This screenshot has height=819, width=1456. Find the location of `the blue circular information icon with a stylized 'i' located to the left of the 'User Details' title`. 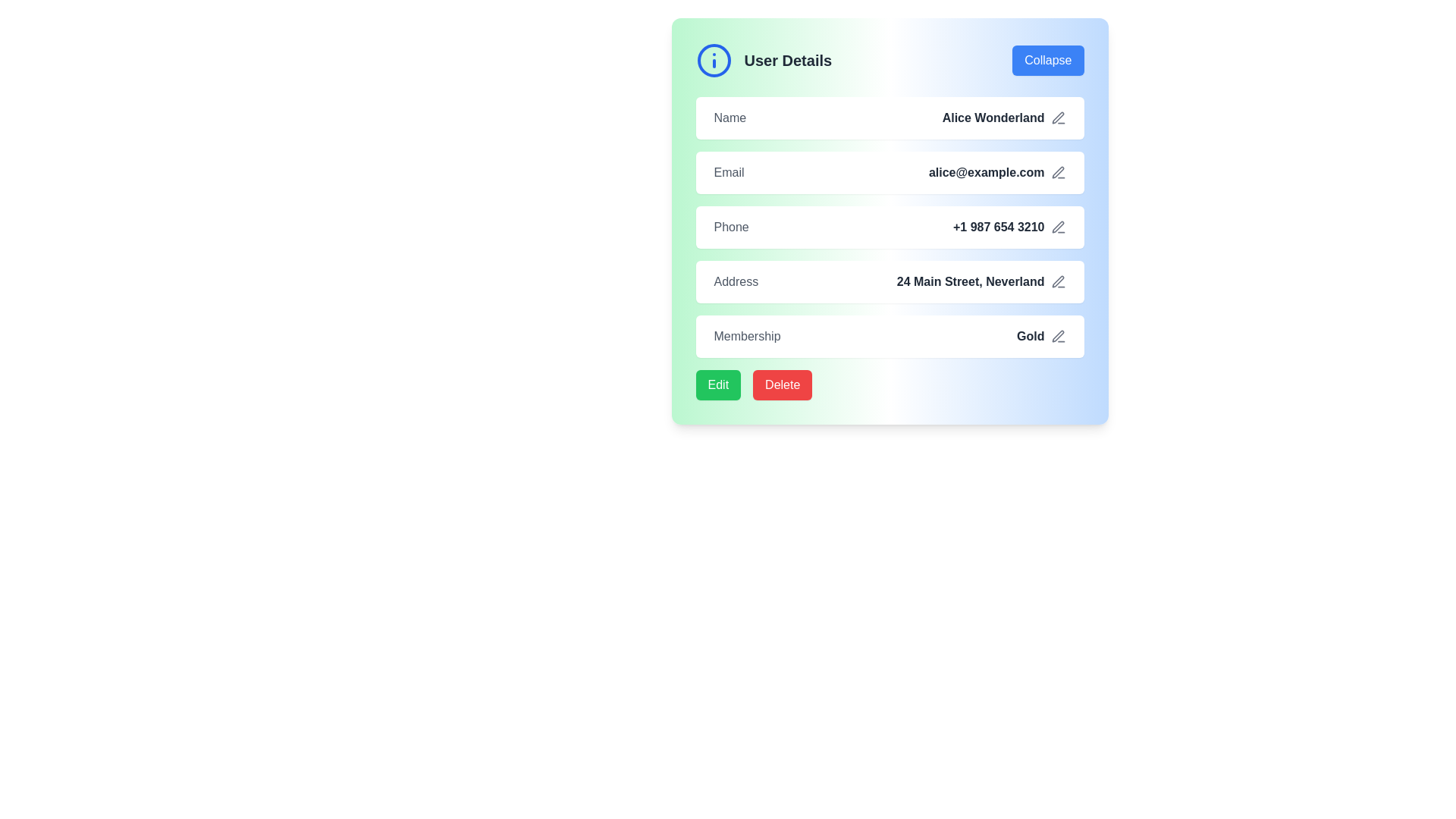

the blue circular information icon with a stylized 'i' located to the left of the 'User Details' title is located at coordinates (713, 60).